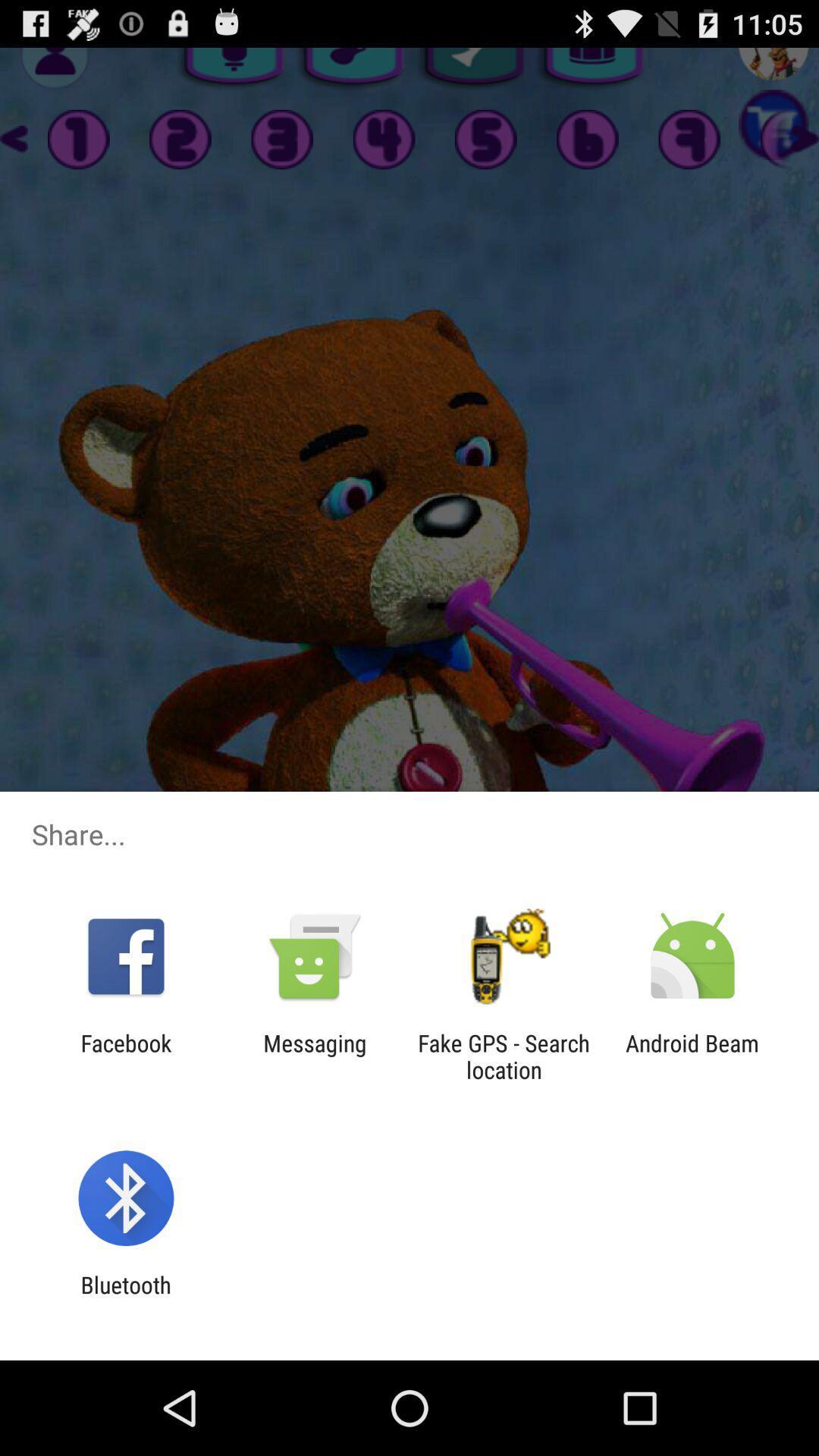  Describe the element at coordinates (314, 1056) in the screenshot. I see `messaging icon` at that location.